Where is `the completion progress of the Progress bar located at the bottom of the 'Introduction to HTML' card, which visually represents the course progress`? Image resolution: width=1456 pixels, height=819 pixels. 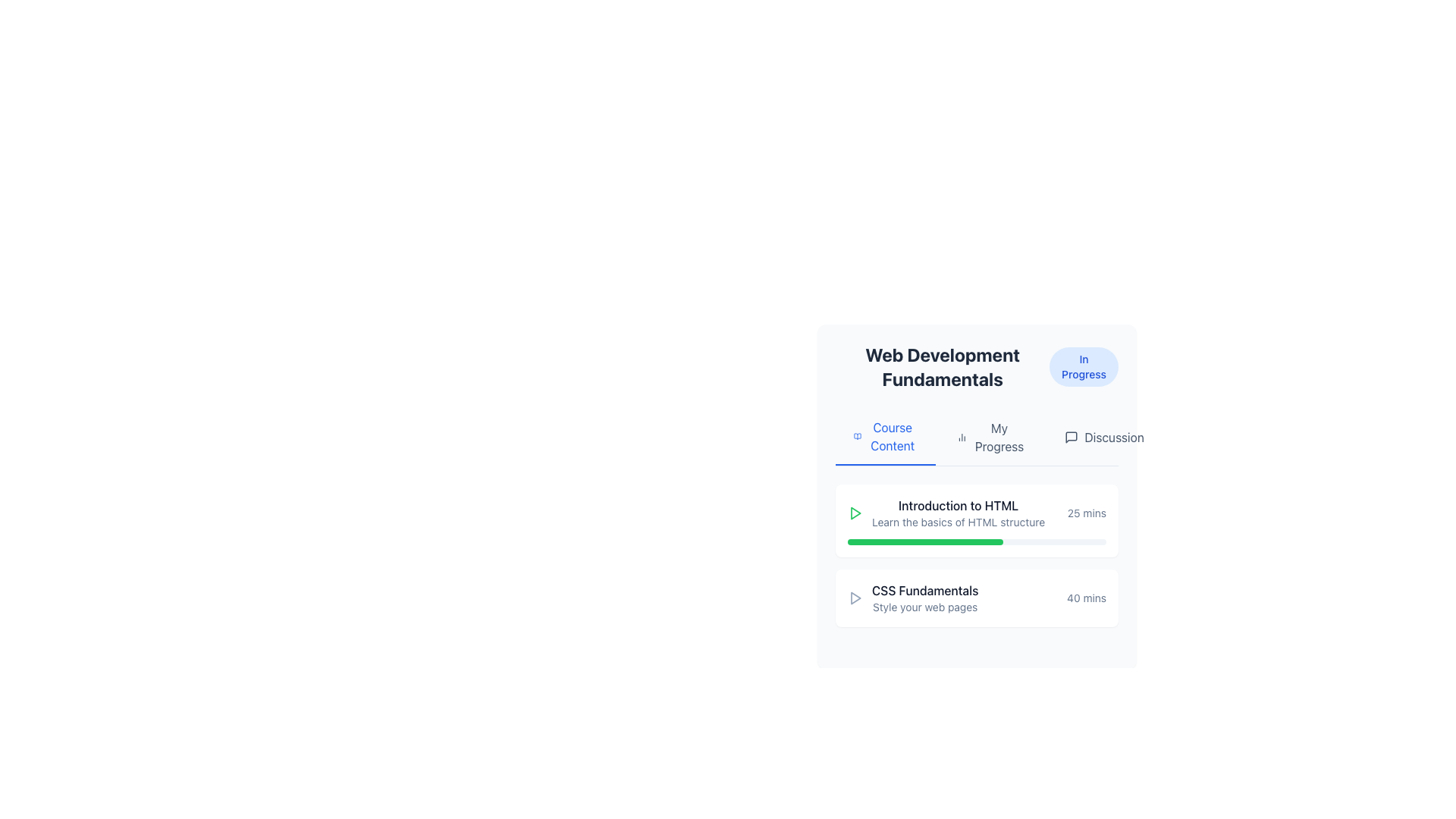
the completion progress of the Progress bar located at the bottom of the 'Introduction to HTML' card, which visually represents the course progress is located at coordinates (977, 541).